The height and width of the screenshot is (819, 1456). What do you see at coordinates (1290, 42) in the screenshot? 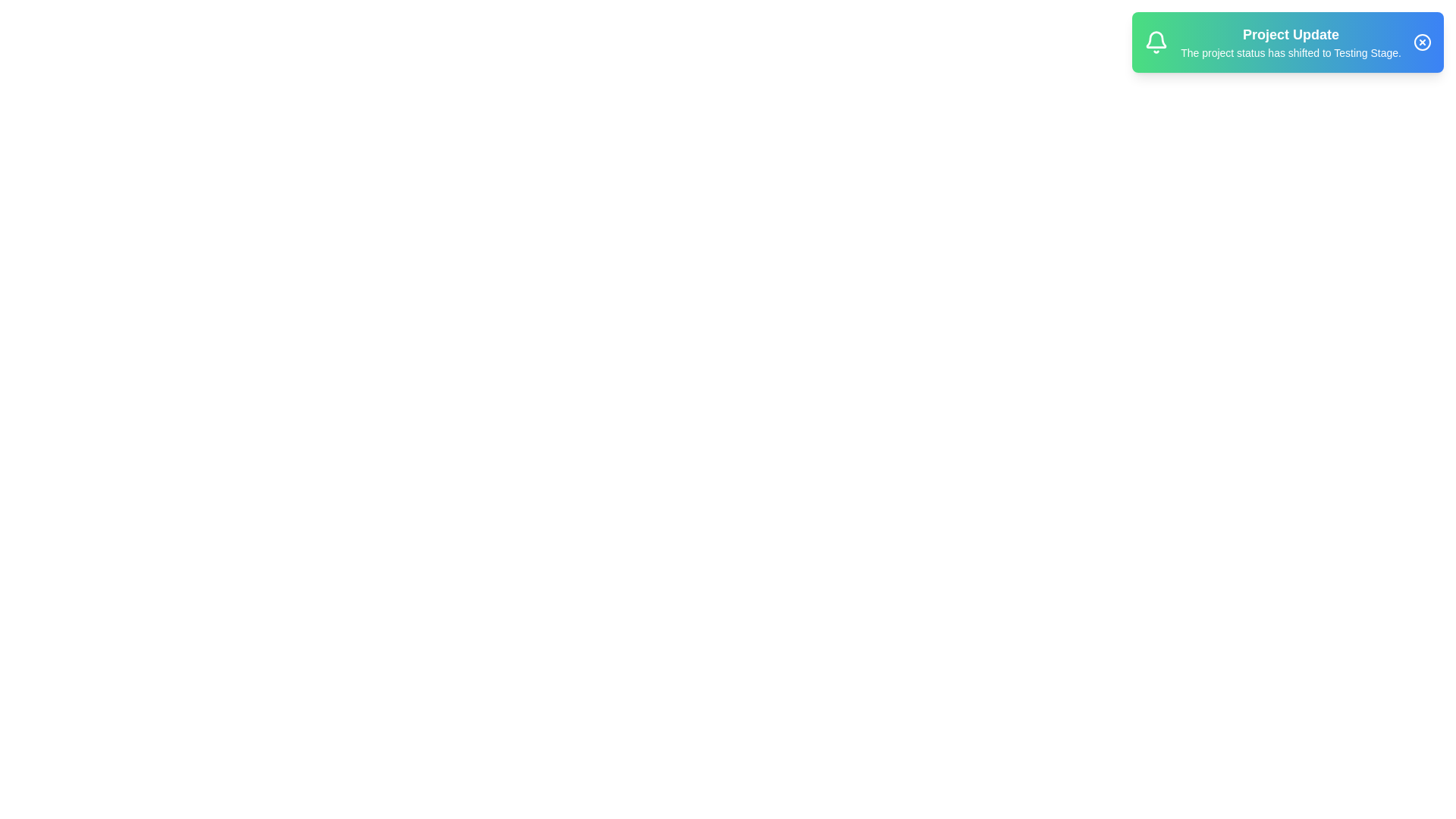
I see `the notification text area to read the message` at bounding box center [1290, 42].